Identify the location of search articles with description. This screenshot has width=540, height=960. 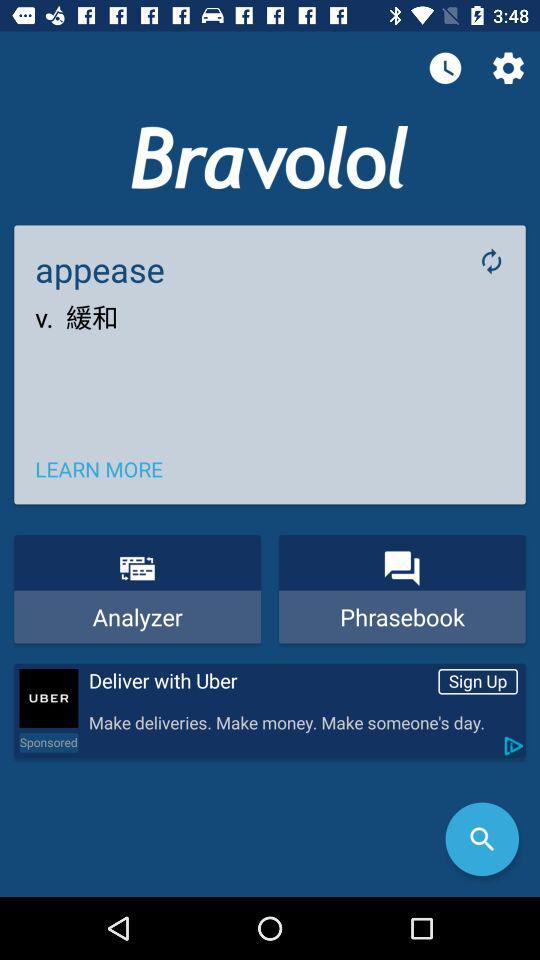
(481, 839).